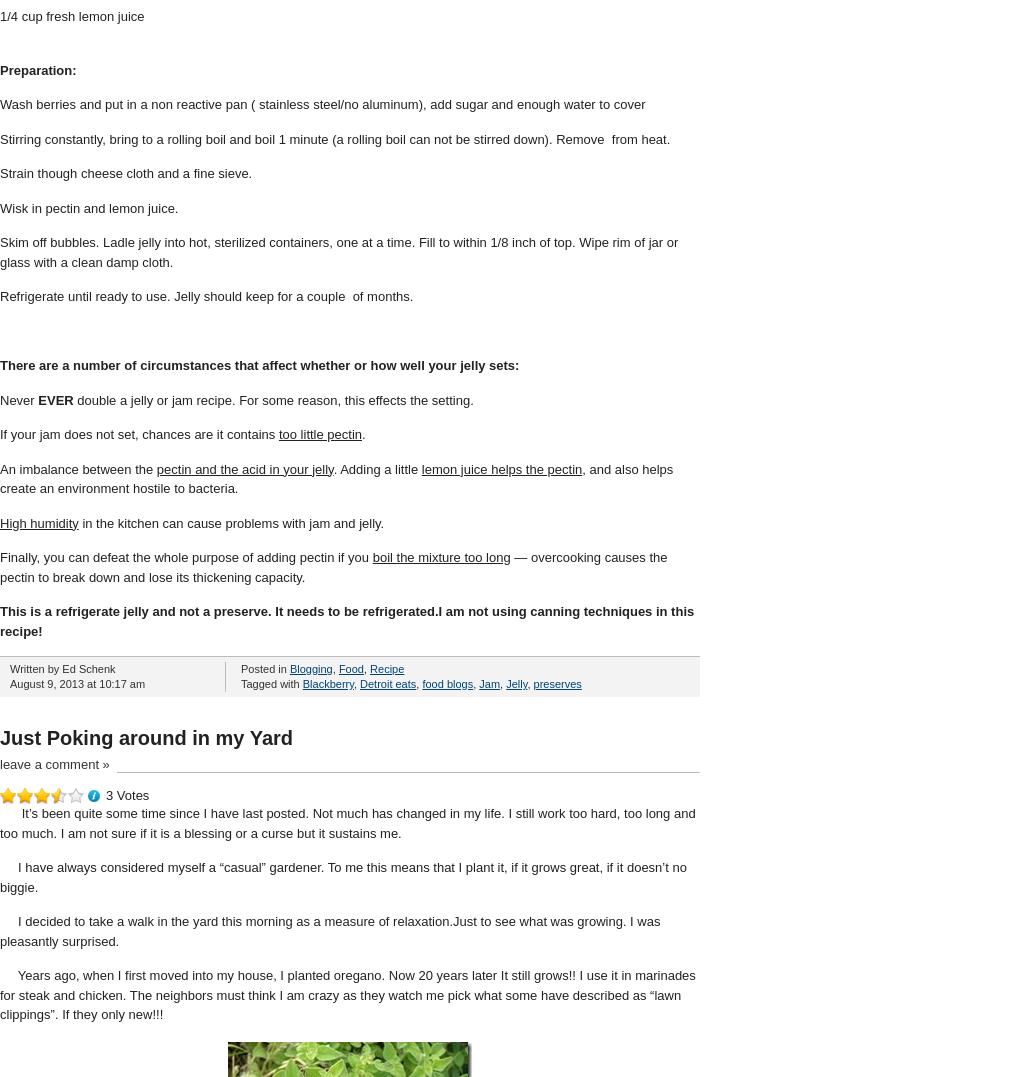 The height and width of the screenshot is (1077, 1028). What do you see at coordinates (387, 683) in the screenshot?
I see `'Detroit eats'` at bounding box center [387, 683].